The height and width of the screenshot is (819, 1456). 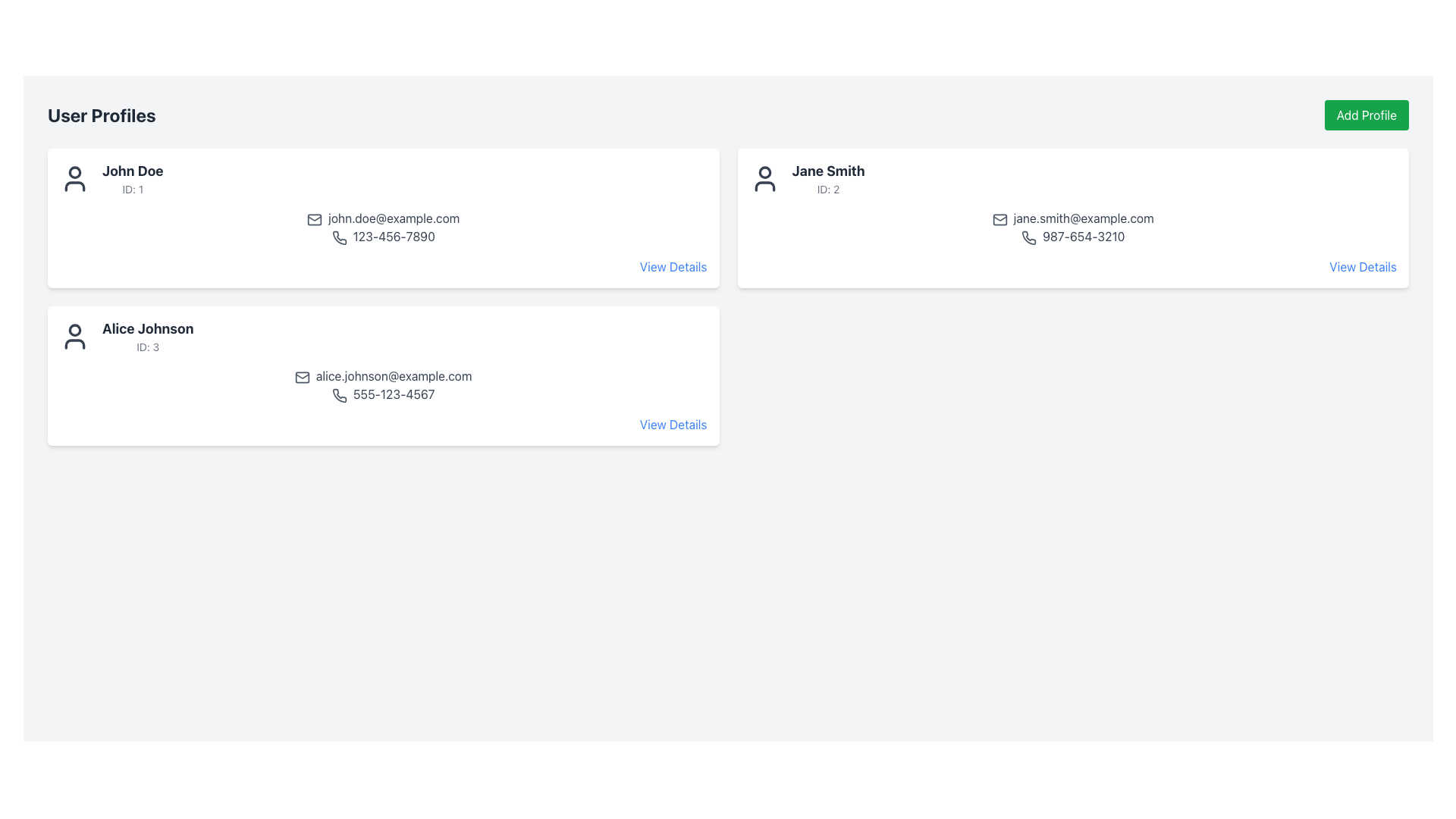 I want to click on the graphic element representing Jane Smith's user profile icon located at the lower segment of the profile card, so click(x=764, y=186).